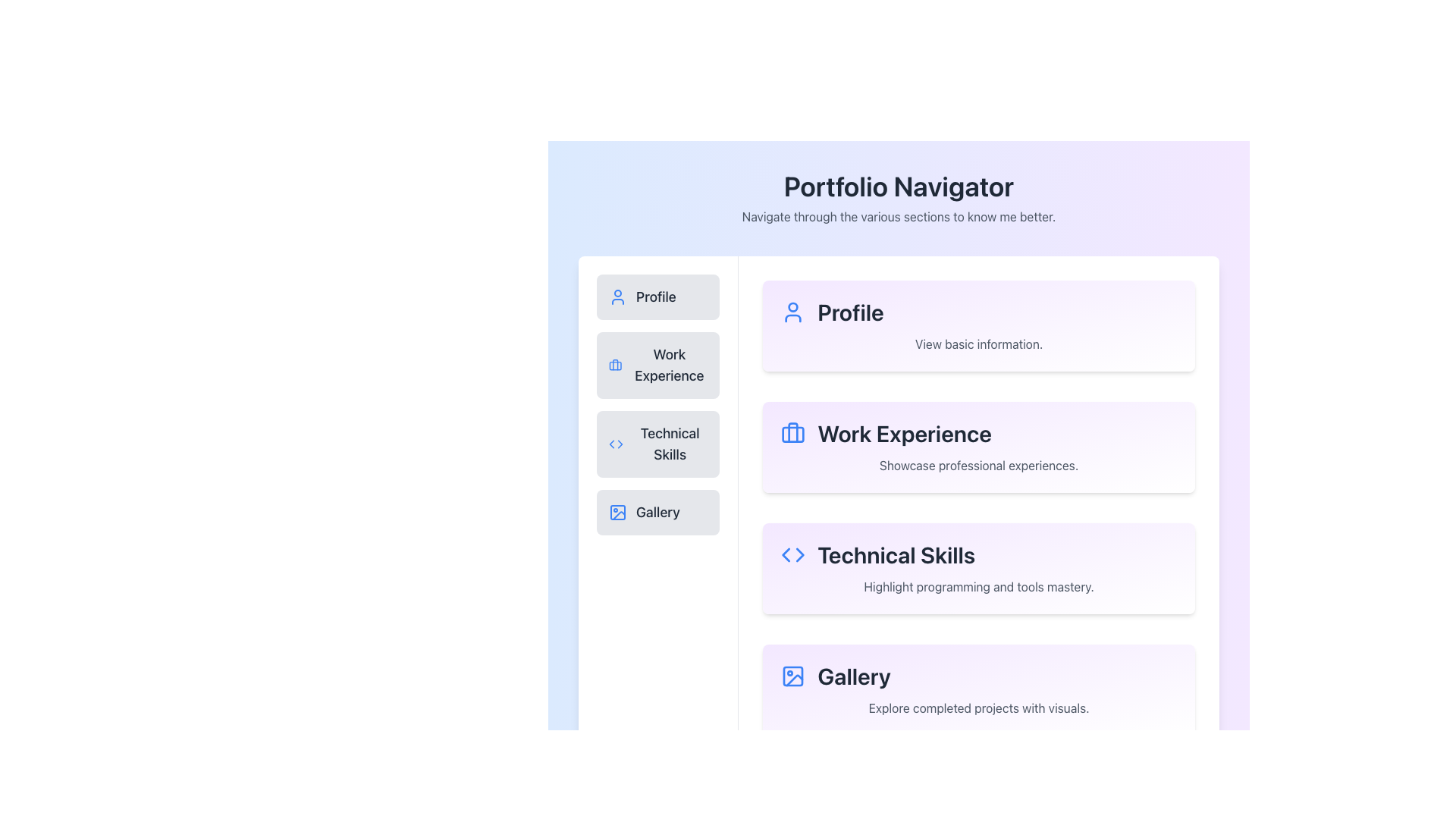 This screenshot has width=1456, height=819. Describe the element at coordinates (658, 366) in the screenshot. I see `the 'Work Experience' navigation button located in the left sidebar, positioned below the 'Profile' button and above the 'Technical Skills' button` at that location.